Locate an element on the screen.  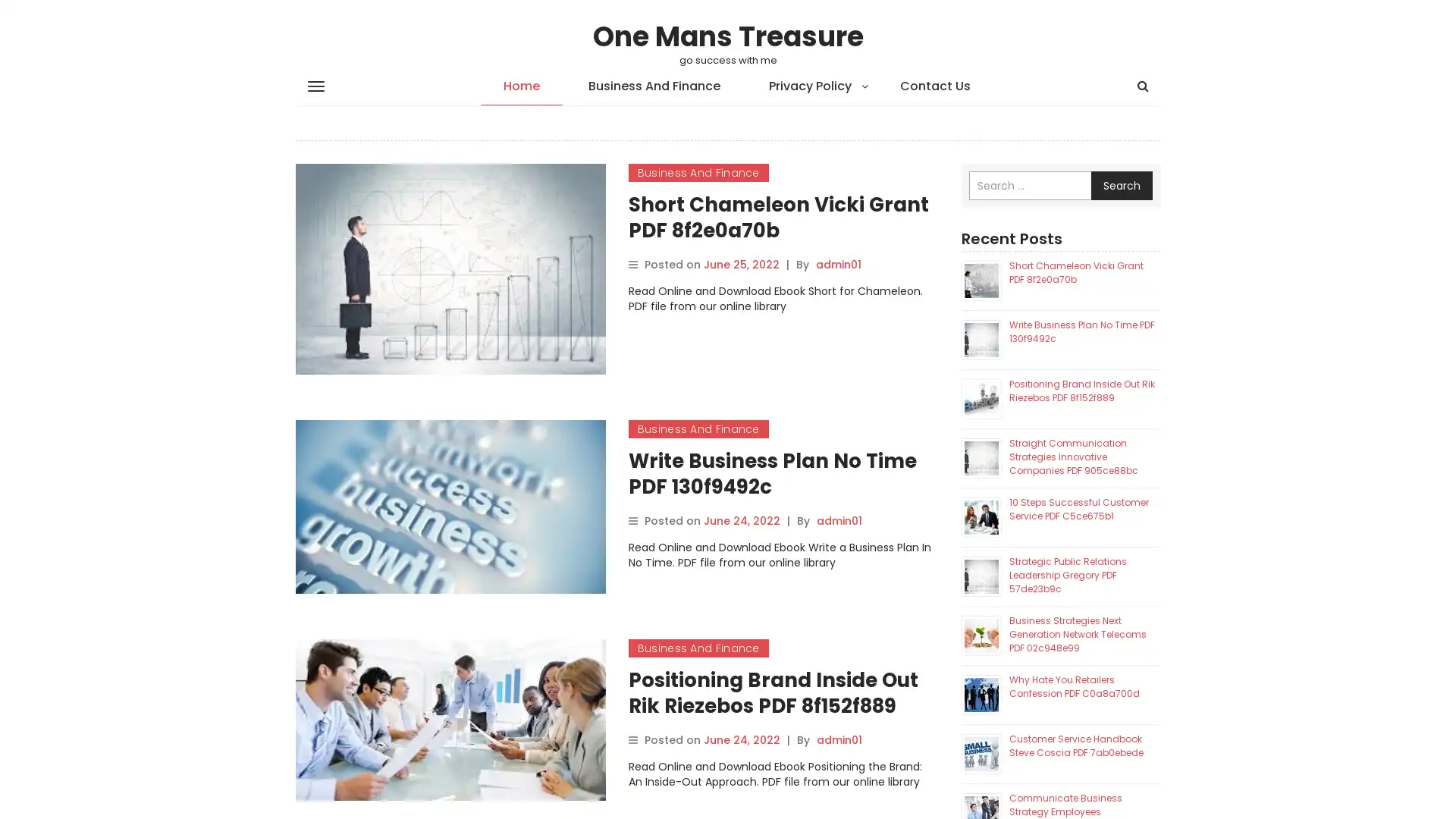
Search is located at coordinates (1122, 185).